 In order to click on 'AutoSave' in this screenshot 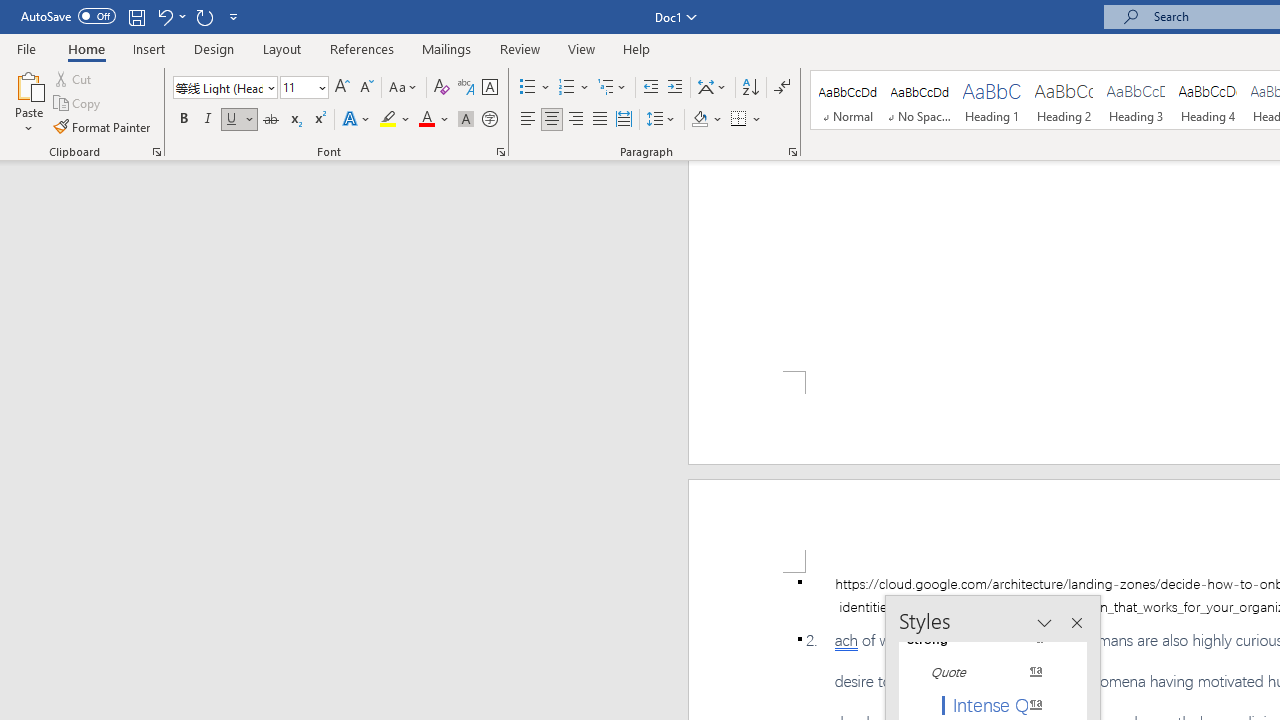, I will do `click(68, 16)`.